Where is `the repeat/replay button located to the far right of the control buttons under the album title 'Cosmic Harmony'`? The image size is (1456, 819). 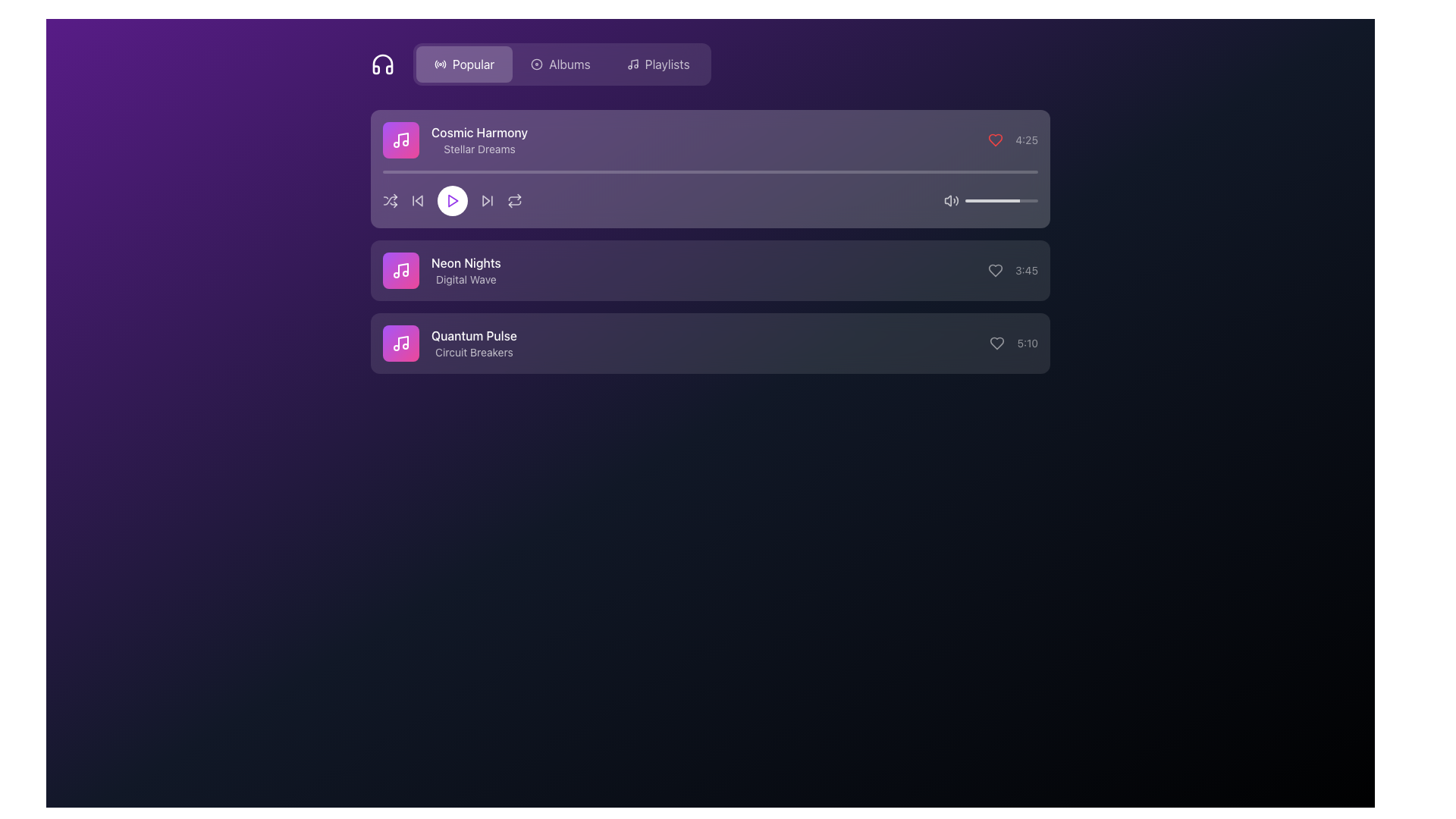
the repeat/replay button located to the far right of the control buttons under the album title 'Cosmic Harmony' is located at coordinates (514, 200).